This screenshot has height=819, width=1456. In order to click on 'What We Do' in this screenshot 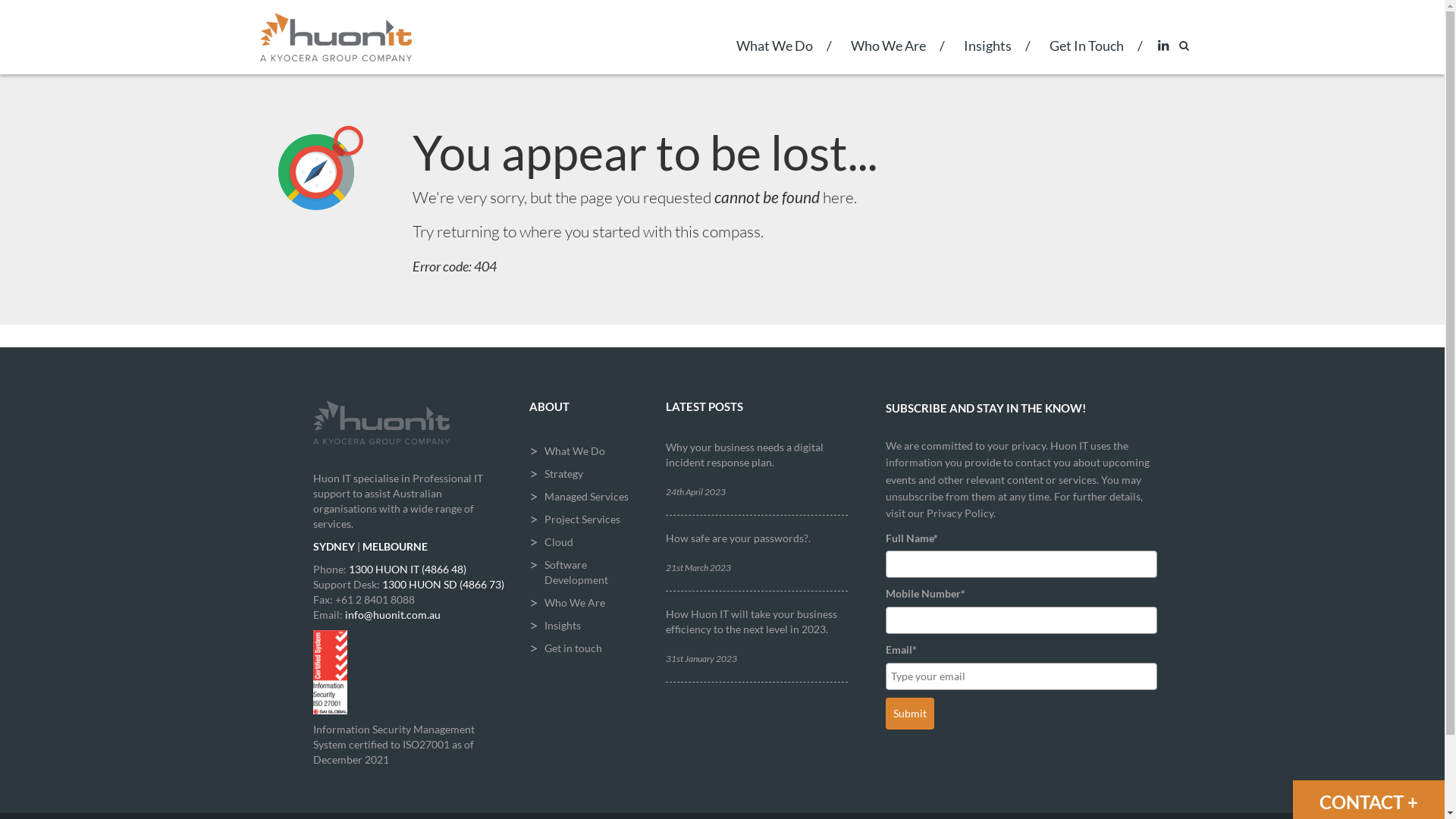, I will do `click(774, 55)`.